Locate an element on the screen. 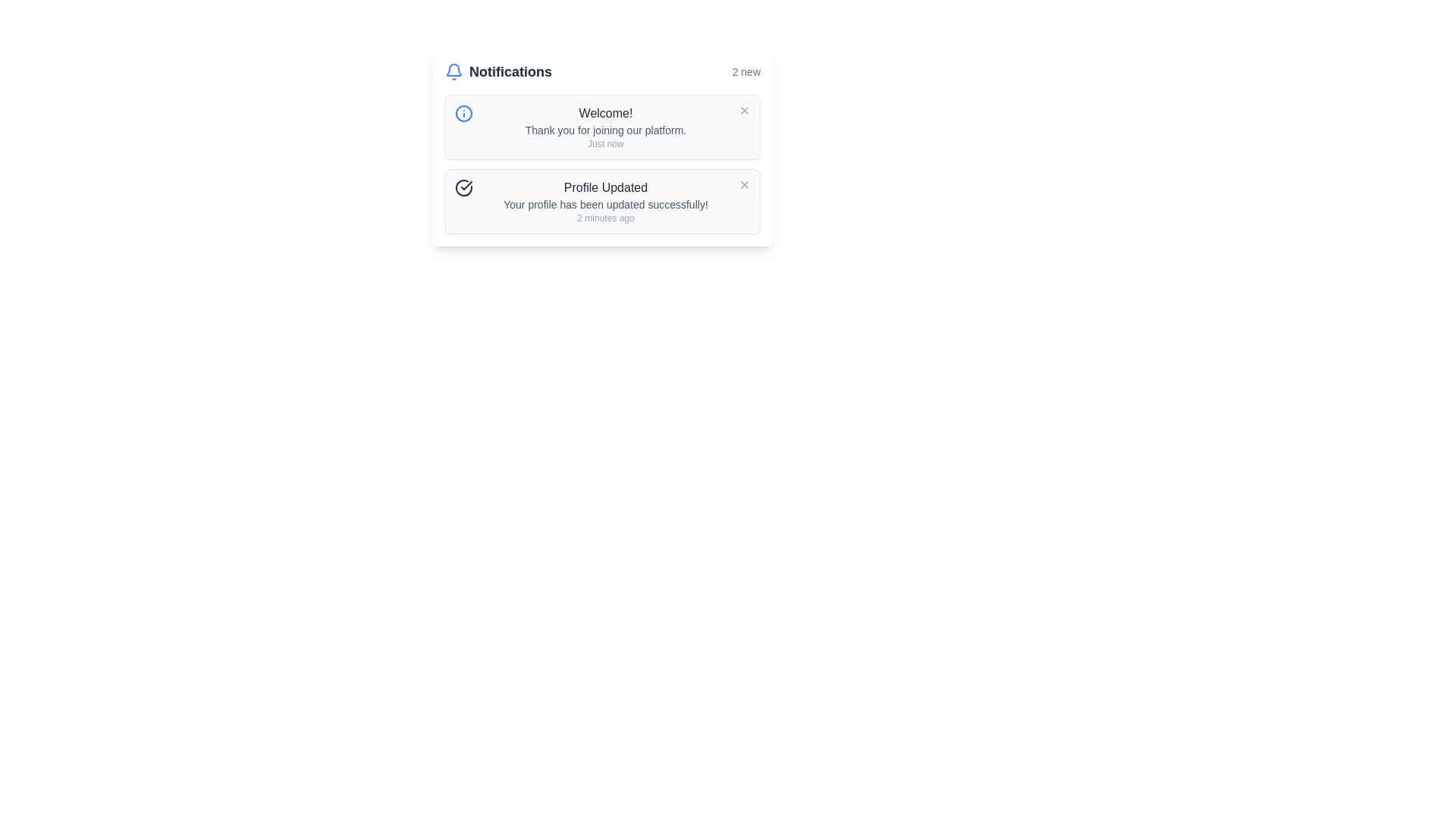 The height and width of the screenshot is (819, 1456). text label that serves as a header for the notification message, positioned at the top-center of the notification layout is located at coordinates (604, 113).